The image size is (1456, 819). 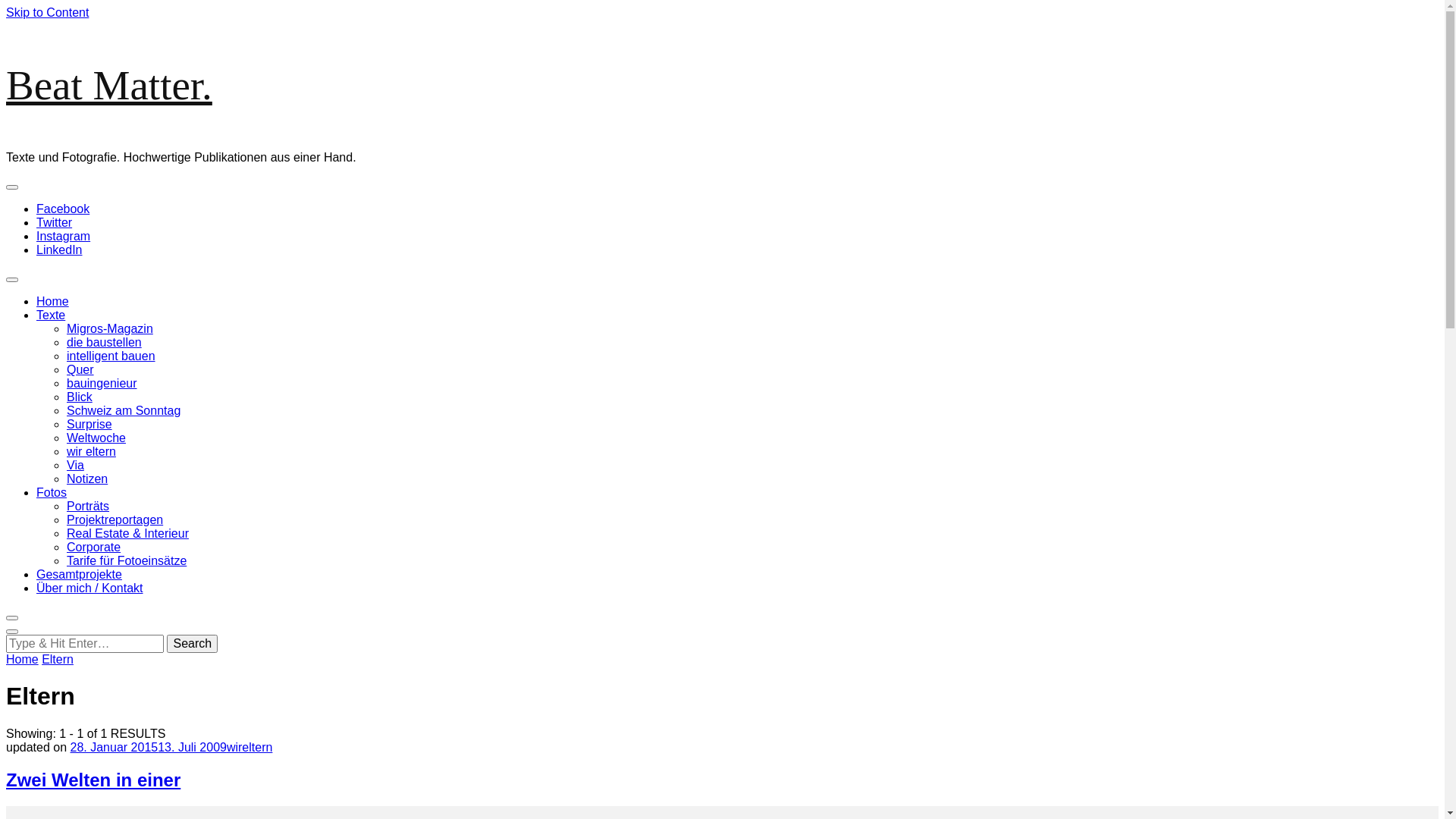 I want to click on 'Fotos', so click(x=51, y=492).